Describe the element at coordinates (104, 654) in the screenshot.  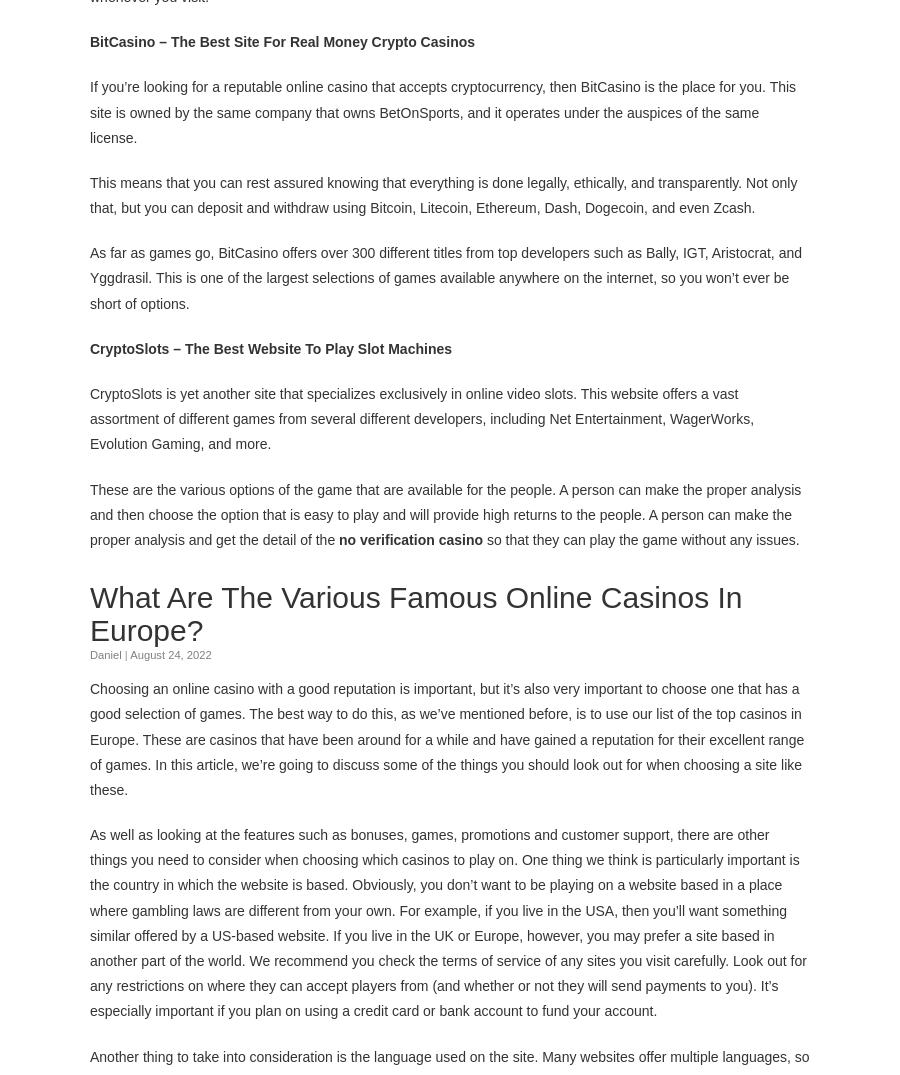
I see `'Daniel'` at that location.